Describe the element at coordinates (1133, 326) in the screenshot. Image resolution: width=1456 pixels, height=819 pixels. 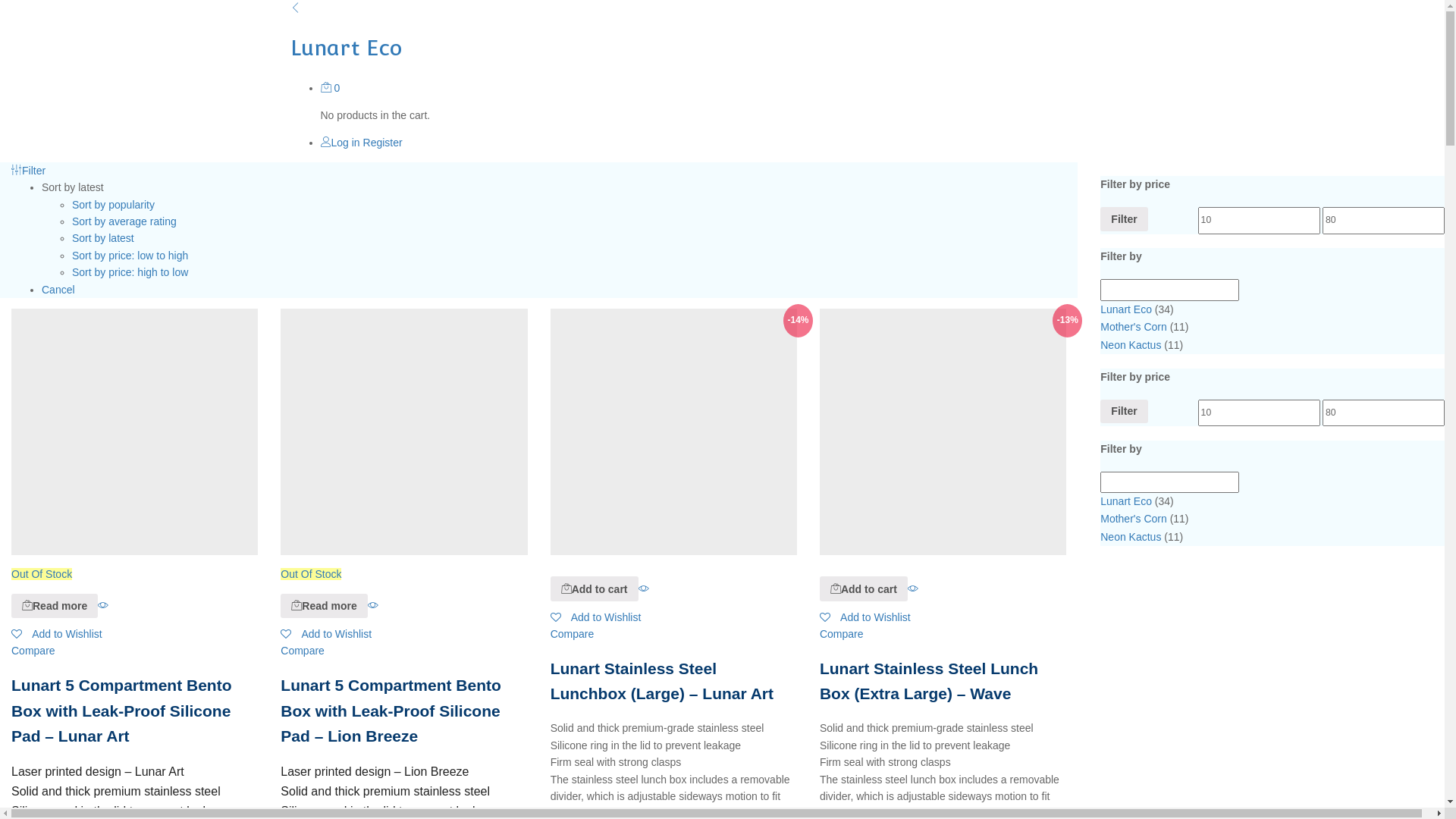
I see `'Mother's Corn'` at that location.